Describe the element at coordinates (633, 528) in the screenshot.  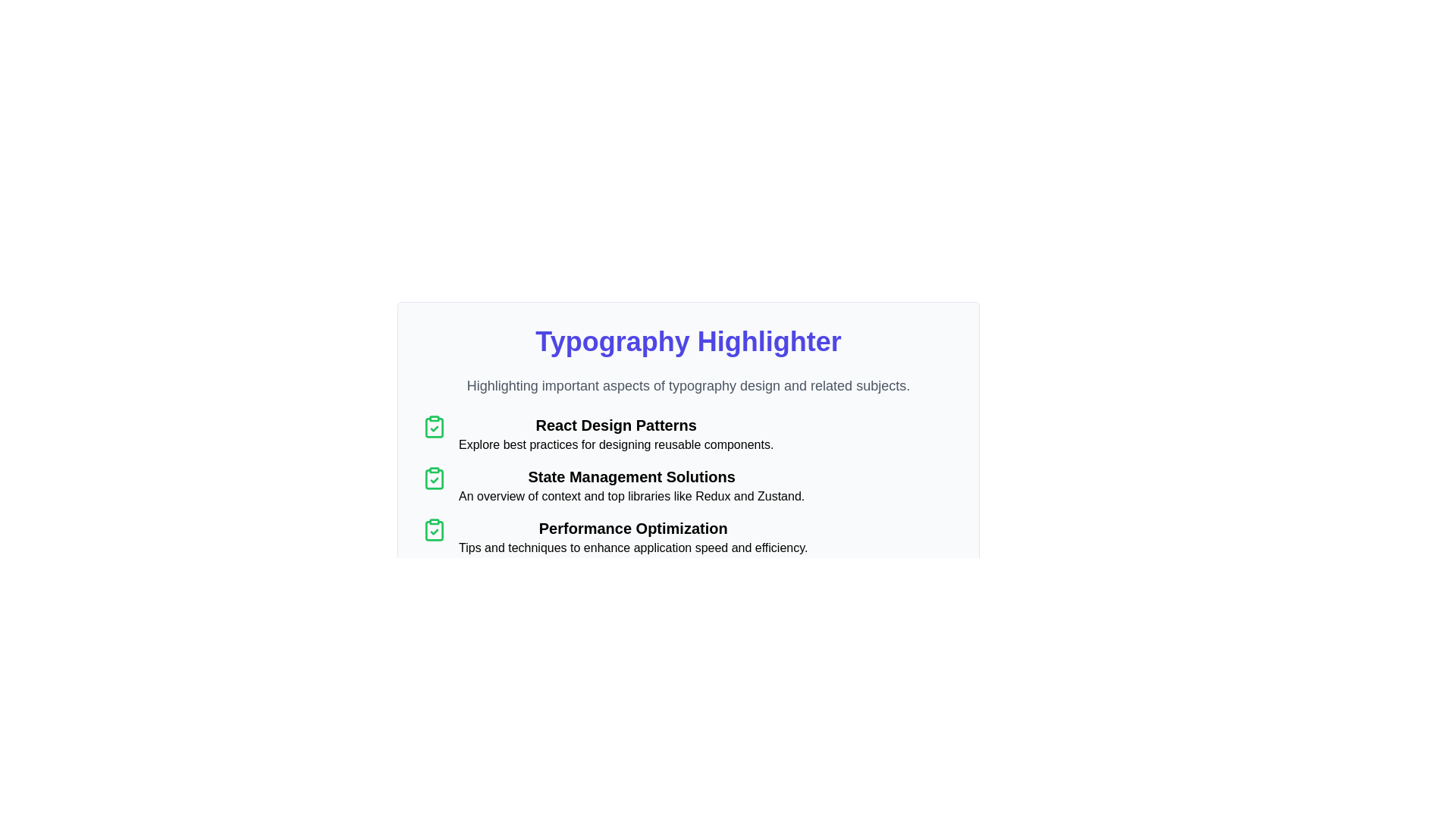
I see `text 'Performance Optimization' which is styled as bold and is part of the Typography Highlighter section, positioned centrally at the bottom of the list` at that location.